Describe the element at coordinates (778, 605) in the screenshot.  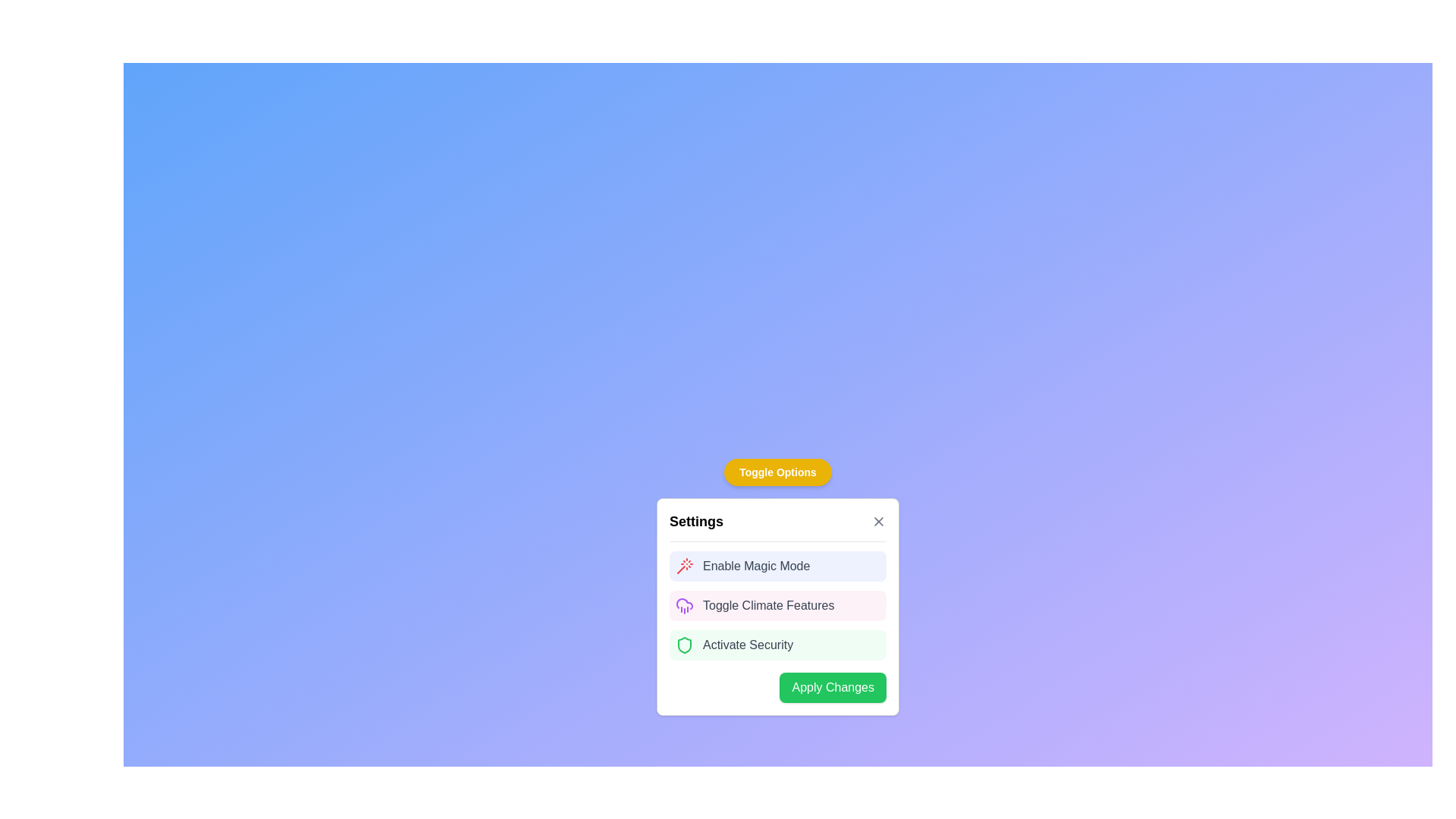
I see `the second option in the settings menu for climate-related features` at that location.